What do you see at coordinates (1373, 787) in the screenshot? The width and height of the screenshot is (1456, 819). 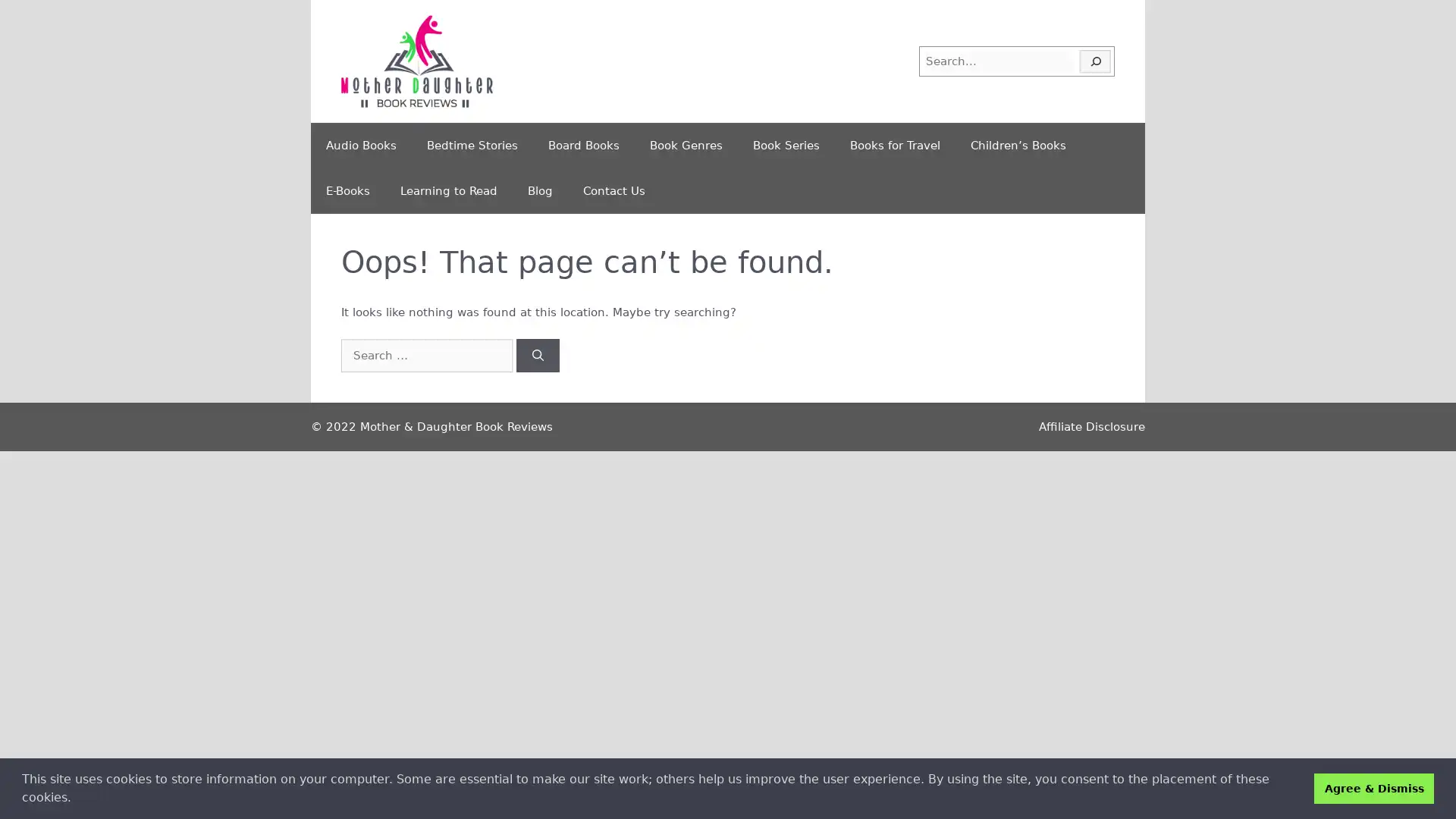 I see `dismiss cookie message` at bounding box center [1373, 787].